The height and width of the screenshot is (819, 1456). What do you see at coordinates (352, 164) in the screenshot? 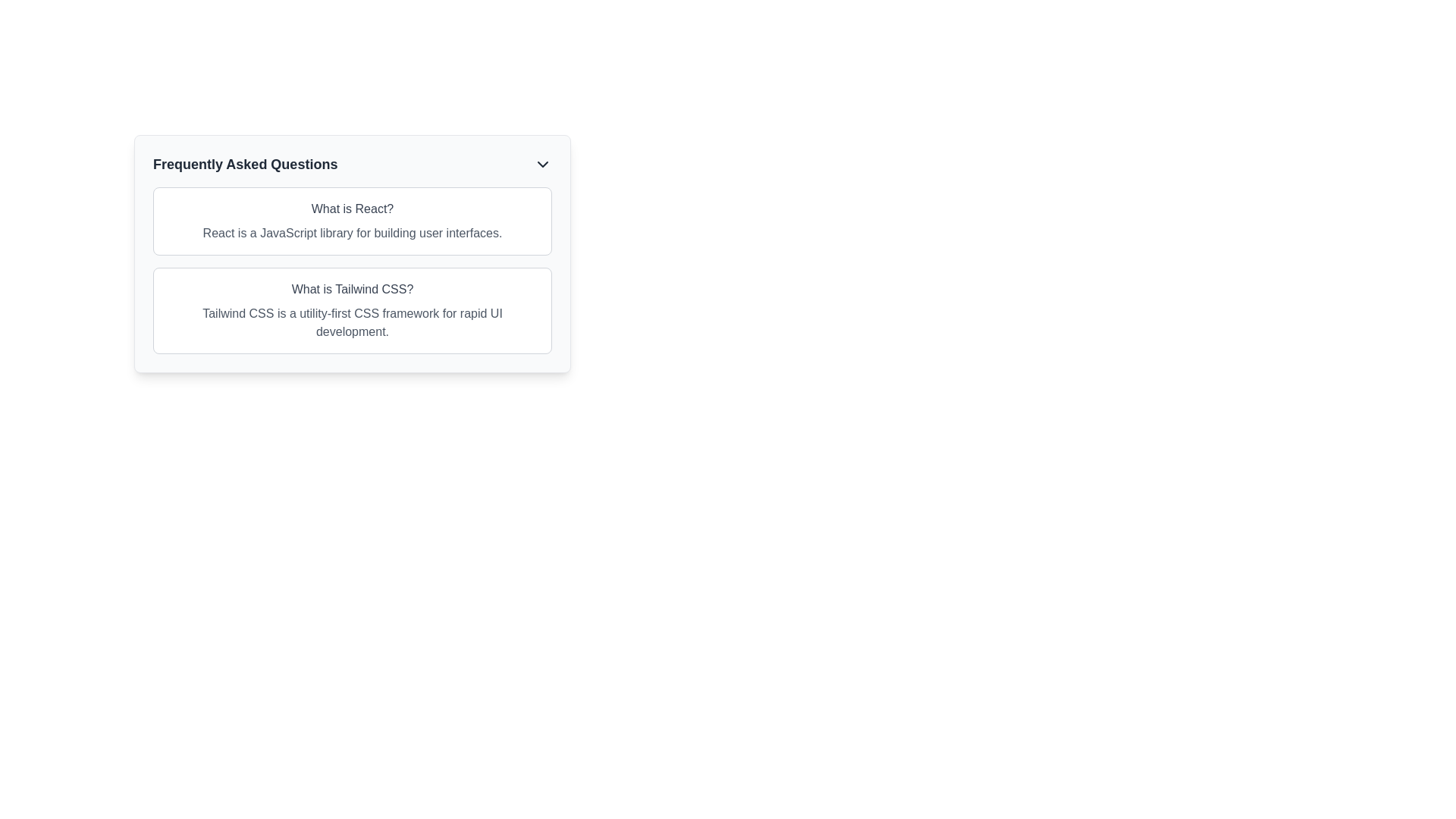
I see `the 'Frequently Asked Questions' collapsible header` at bounding box center [352, 164].